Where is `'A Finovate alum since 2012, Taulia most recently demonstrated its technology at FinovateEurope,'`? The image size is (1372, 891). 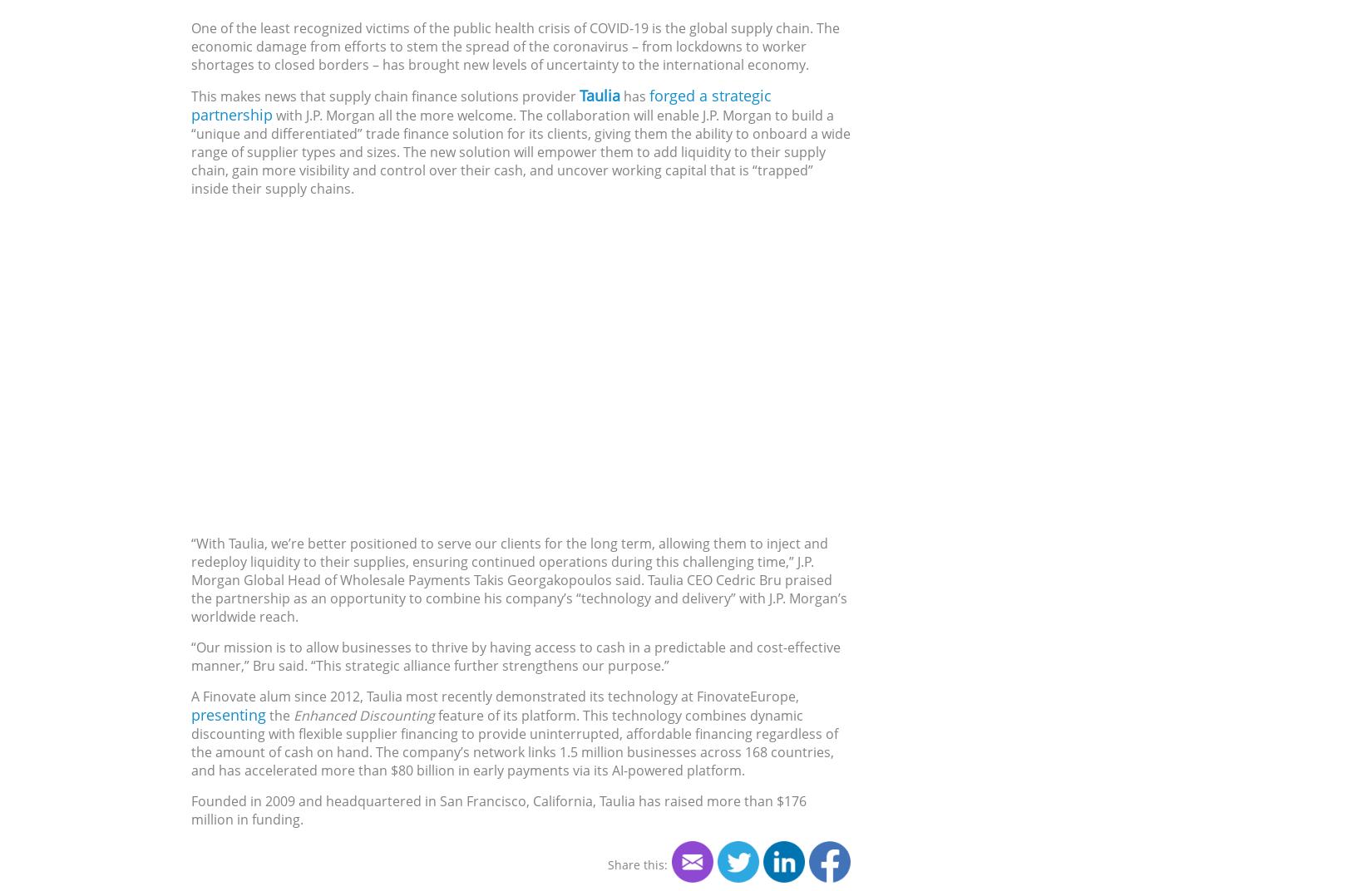 'A Finovate alum since 2012, Taulia most recently demonstrated its technology at FinovateEurope,' is located at coordinates (494, 695).